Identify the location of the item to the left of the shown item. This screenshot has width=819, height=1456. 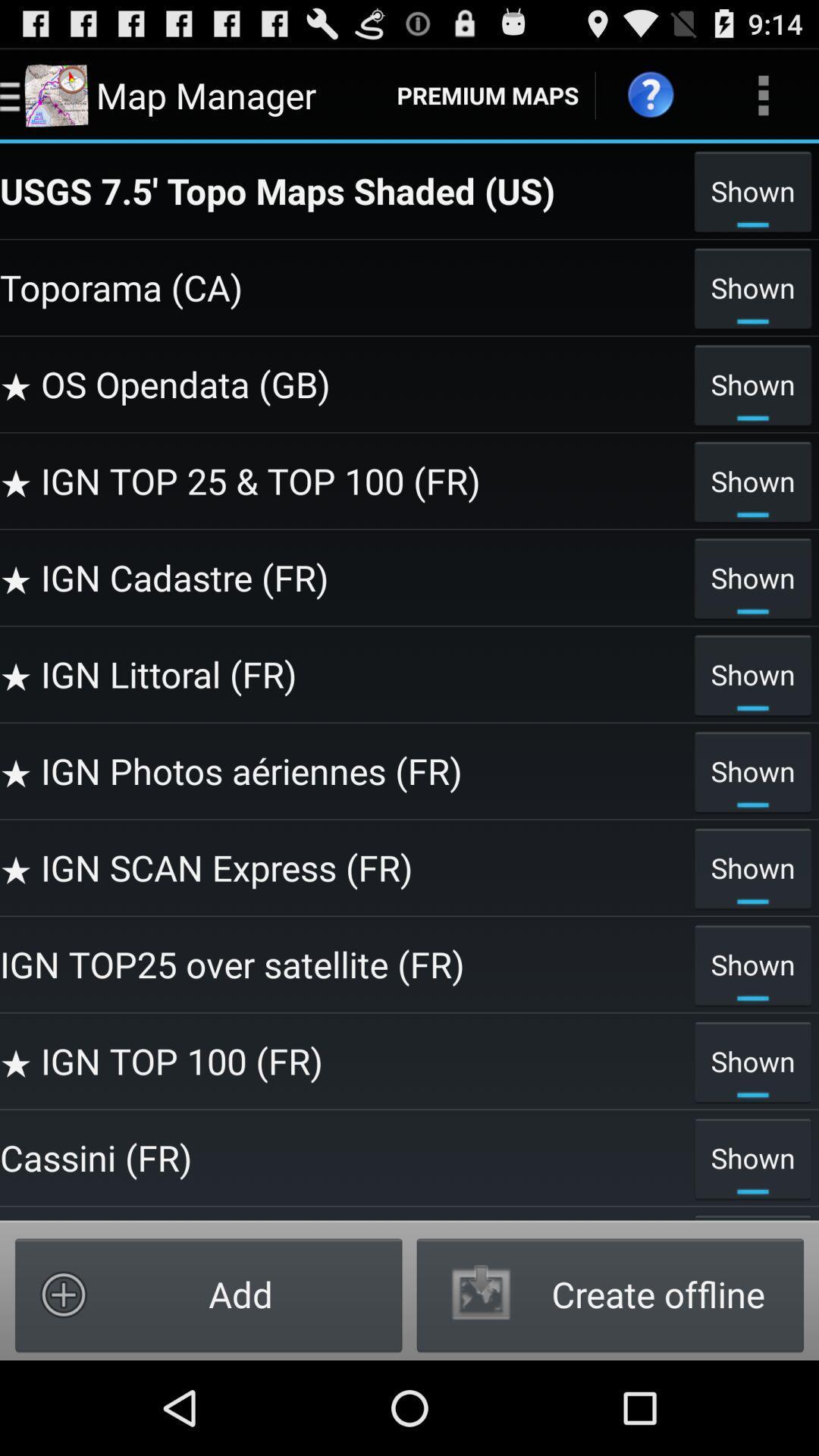
(343, 868).